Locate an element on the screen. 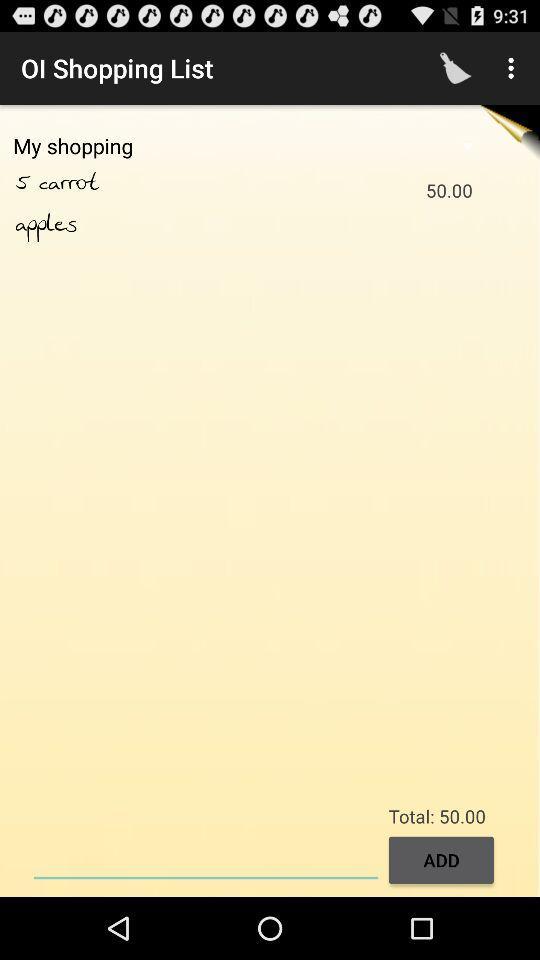 Image resolution: width=540 pixels, height=960 pixels. icon next to the 50.00 is located at coordinates (46, 224).